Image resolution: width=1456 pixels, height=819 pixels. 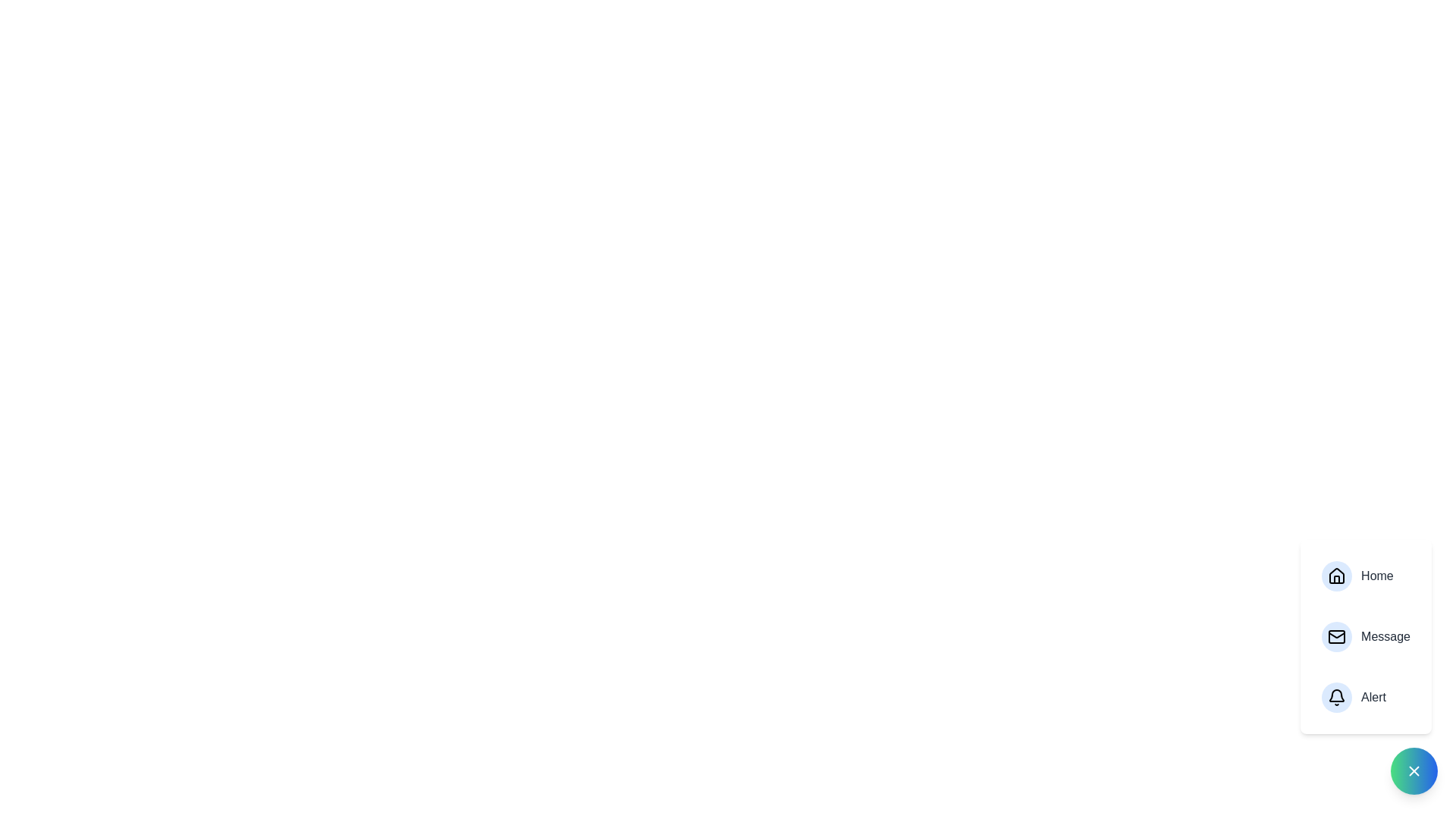 I want to click on the floating action button to toggle the menu, so click(x=1414, y=771).